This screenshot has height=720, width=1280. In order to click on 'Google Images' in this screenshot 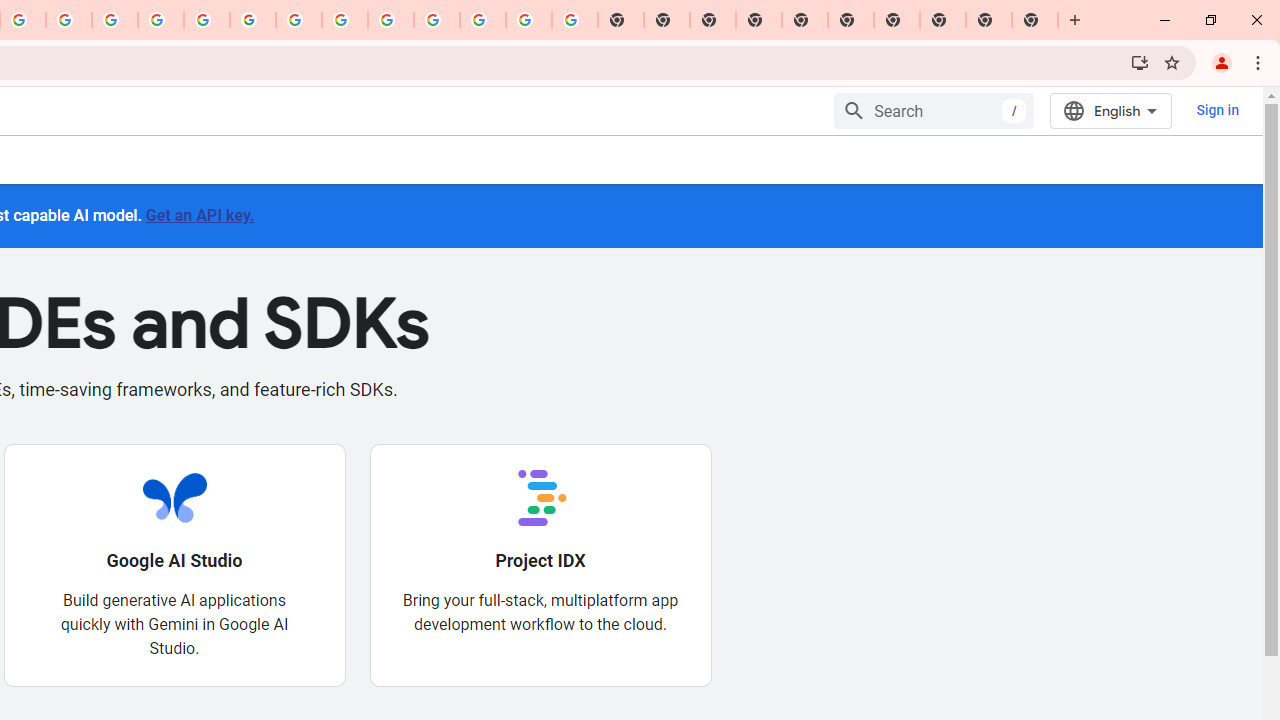, I will do `click(573, 20)`.